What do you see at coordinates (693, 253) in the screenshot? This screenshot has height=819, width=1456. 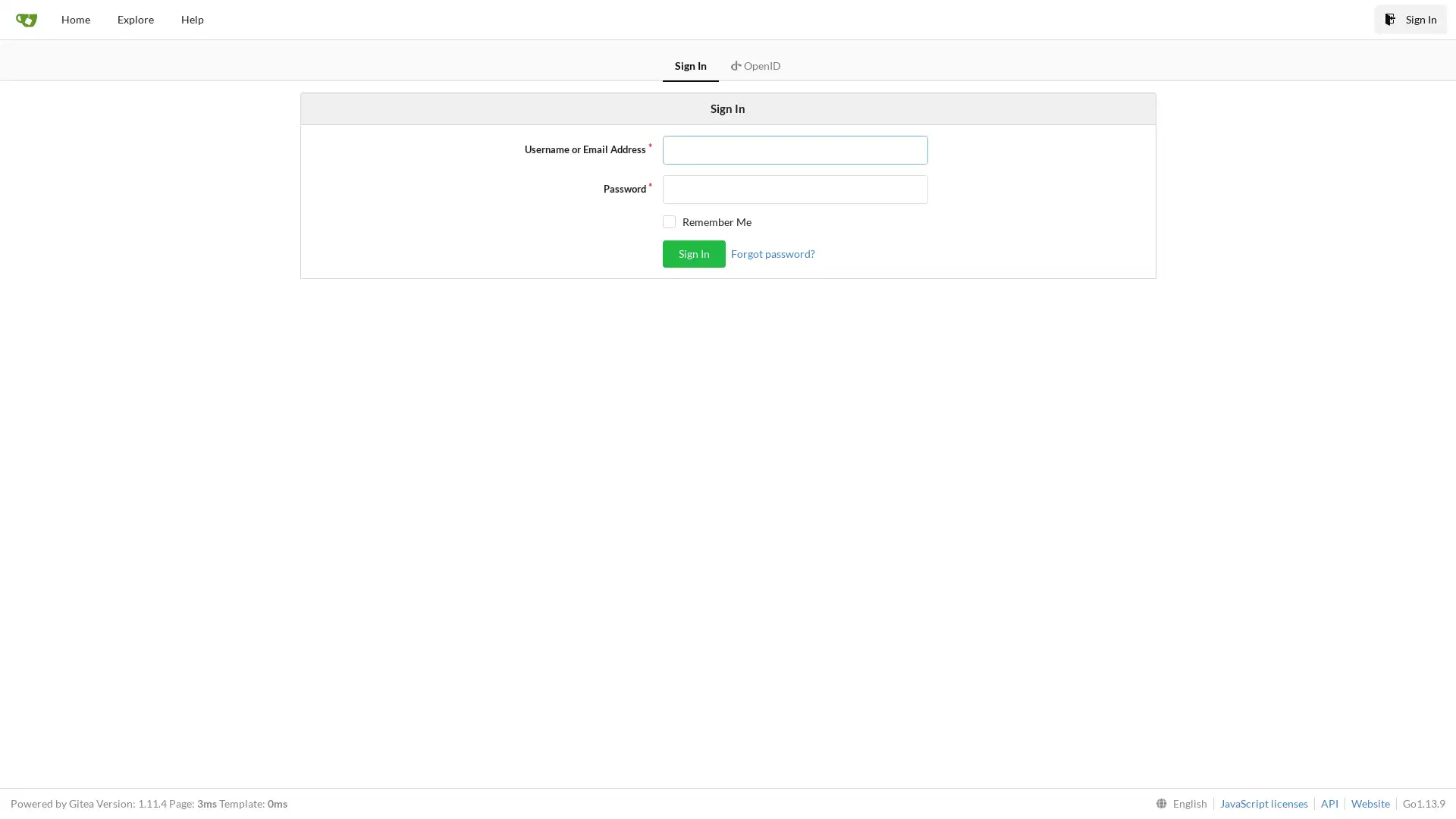 I see `Sign In` at bounding box center [693, 253].